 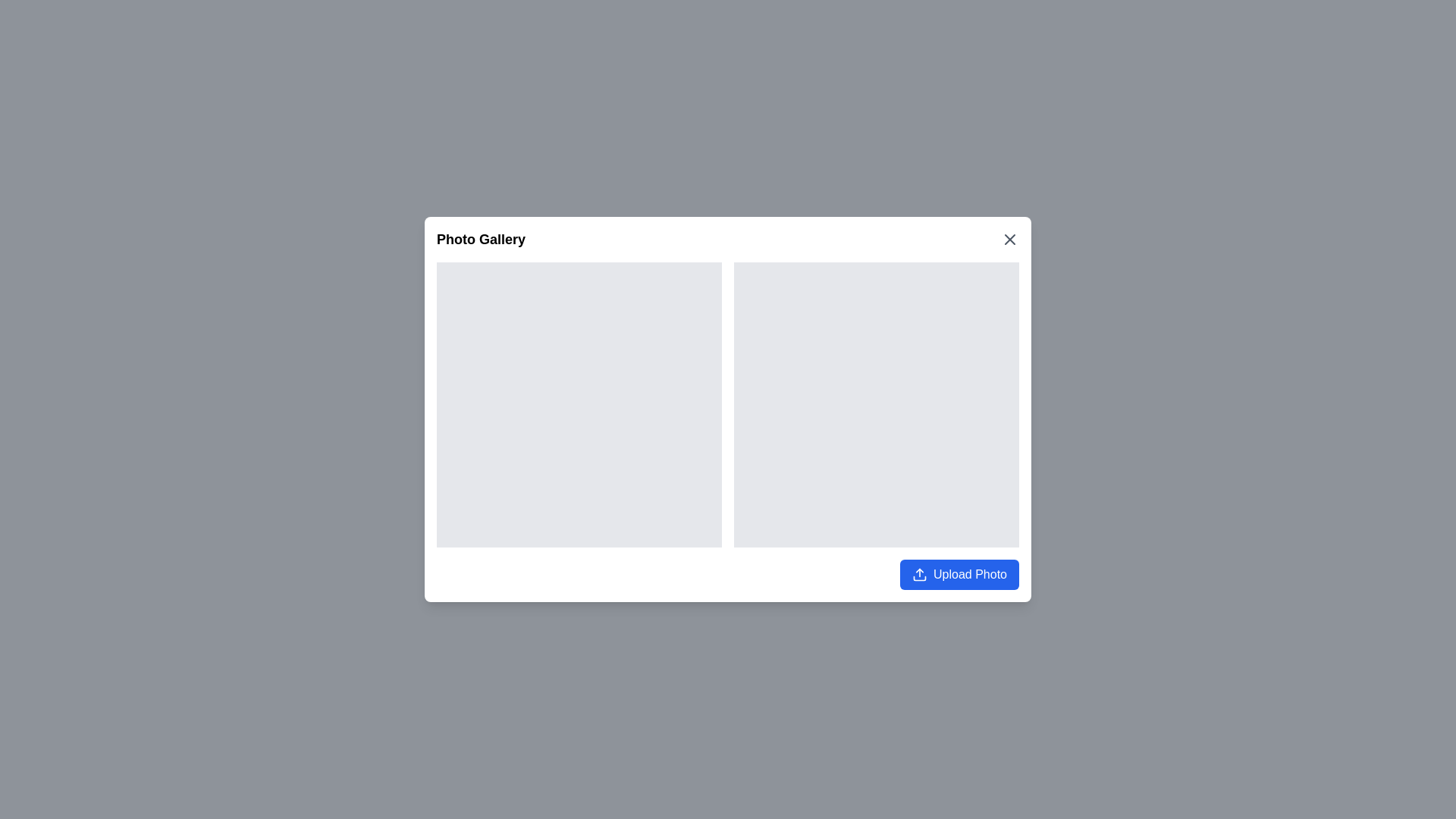 What do you see at coordinates (480, 239) in the screenshot?
I see `the 'Photo Gallery' text label, which is a bold heading aligned at the top-left of the white panel` at bounding box center [480, 239].